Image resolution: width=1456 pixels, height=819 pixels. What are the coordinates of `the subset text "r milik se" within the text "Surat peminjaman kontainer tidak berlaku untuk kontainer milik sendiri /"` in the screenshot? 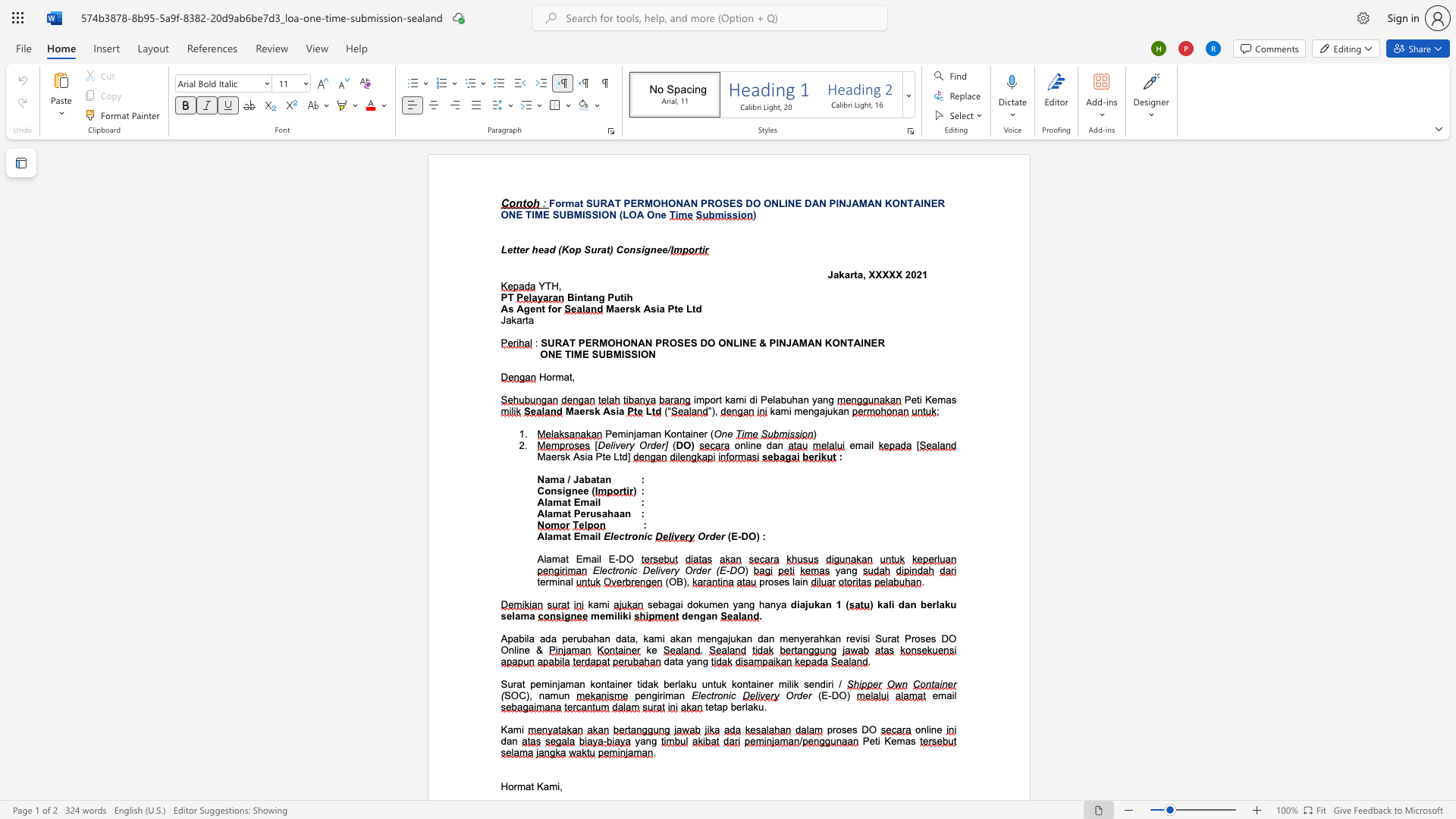 It's located at (770, 684).